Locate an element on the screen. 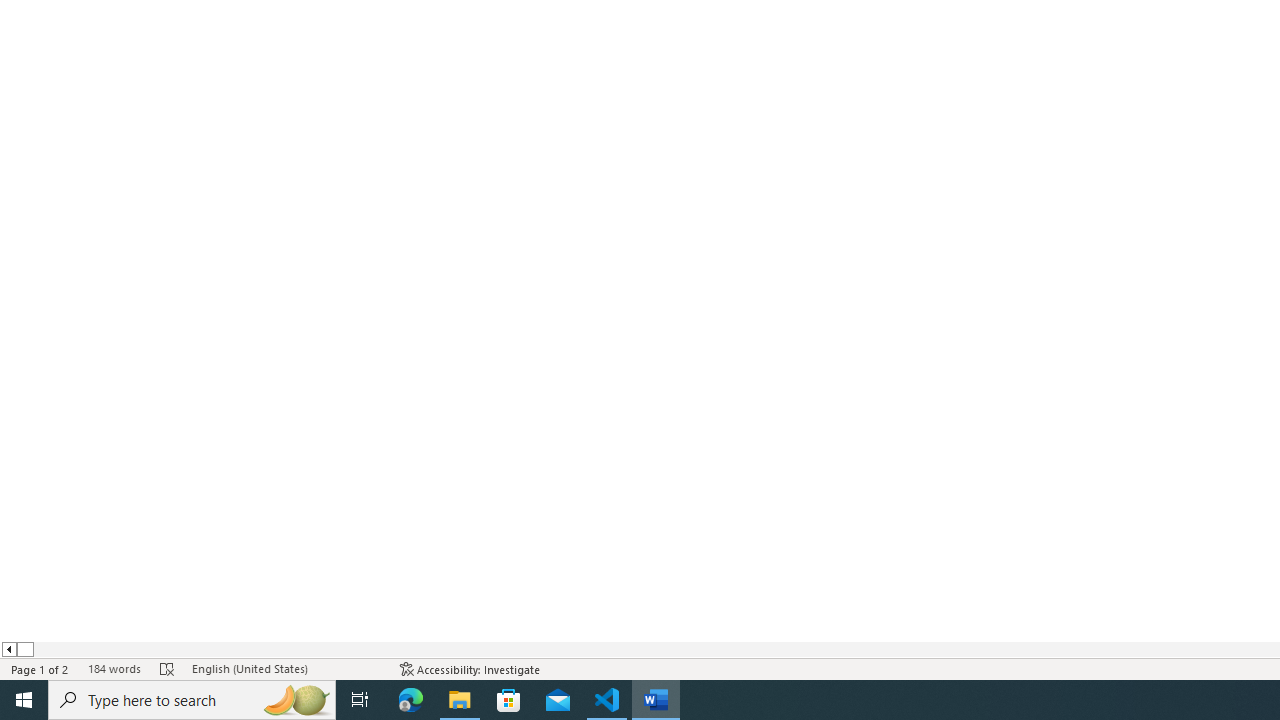  'Type here to search' is located at coordinates (192, 698).